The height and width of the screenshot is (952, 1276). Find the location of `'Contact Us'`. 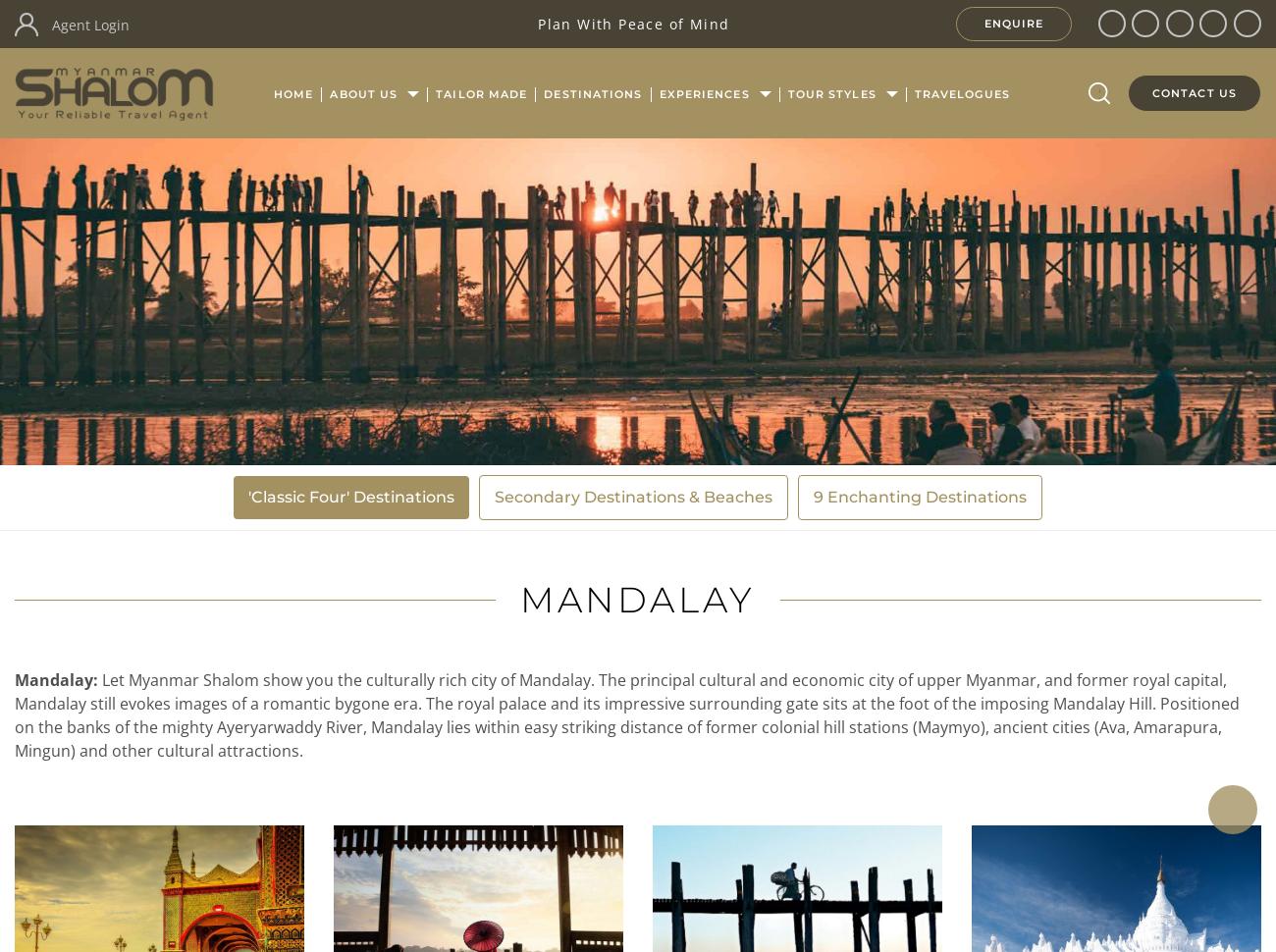

'Contact Us' is located at coordinates (1193, 90).